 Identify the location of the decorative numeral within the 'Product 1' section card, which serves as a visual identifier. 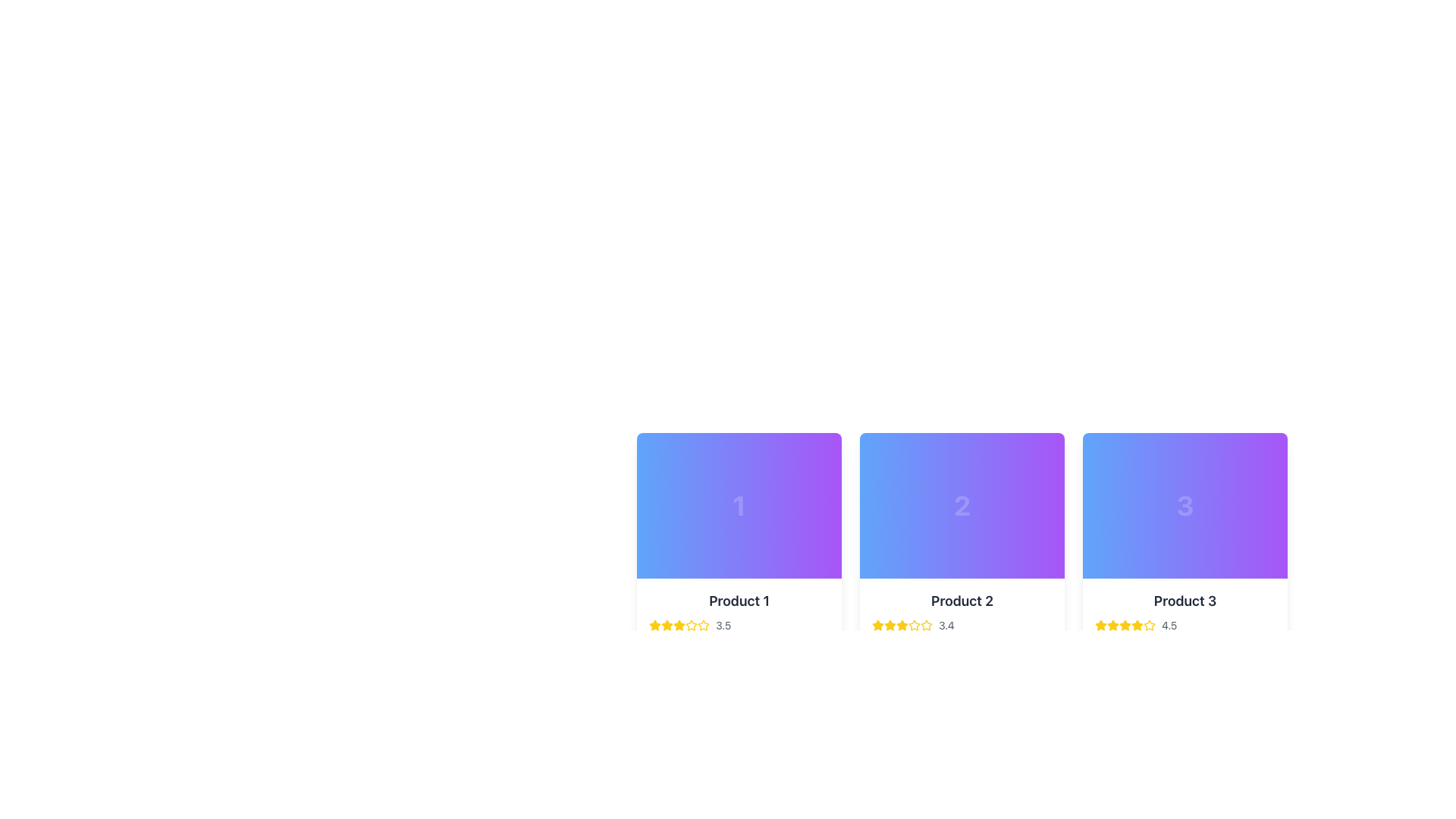
(739, 506).